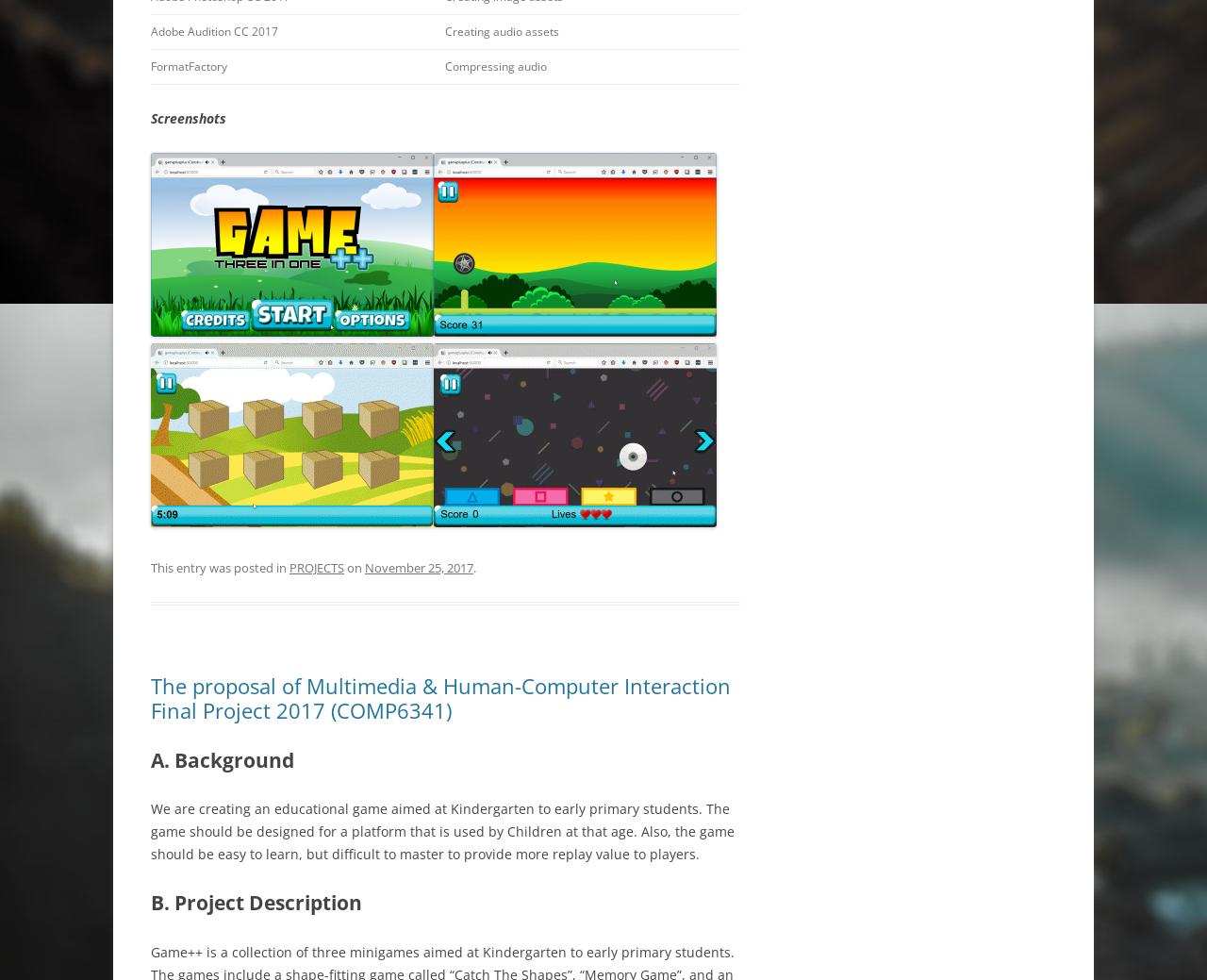 Image resolution: width=1207 pixels, height=980 pixels. I want to click on 'on', so click(355, 567).